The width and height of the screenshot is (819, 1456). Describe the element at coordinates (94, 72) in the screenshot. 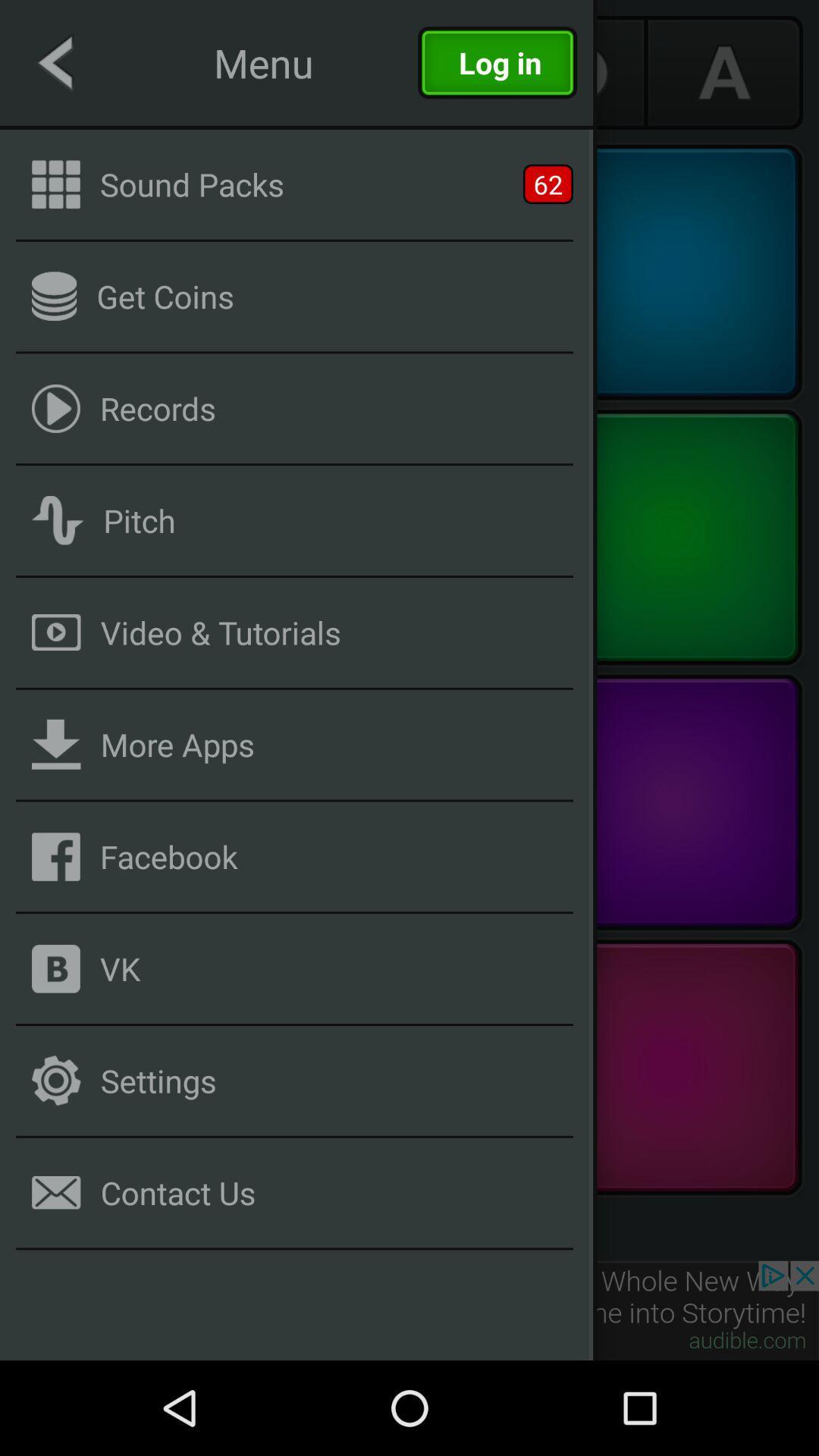

I see `the arrow_backward icon` at that location.